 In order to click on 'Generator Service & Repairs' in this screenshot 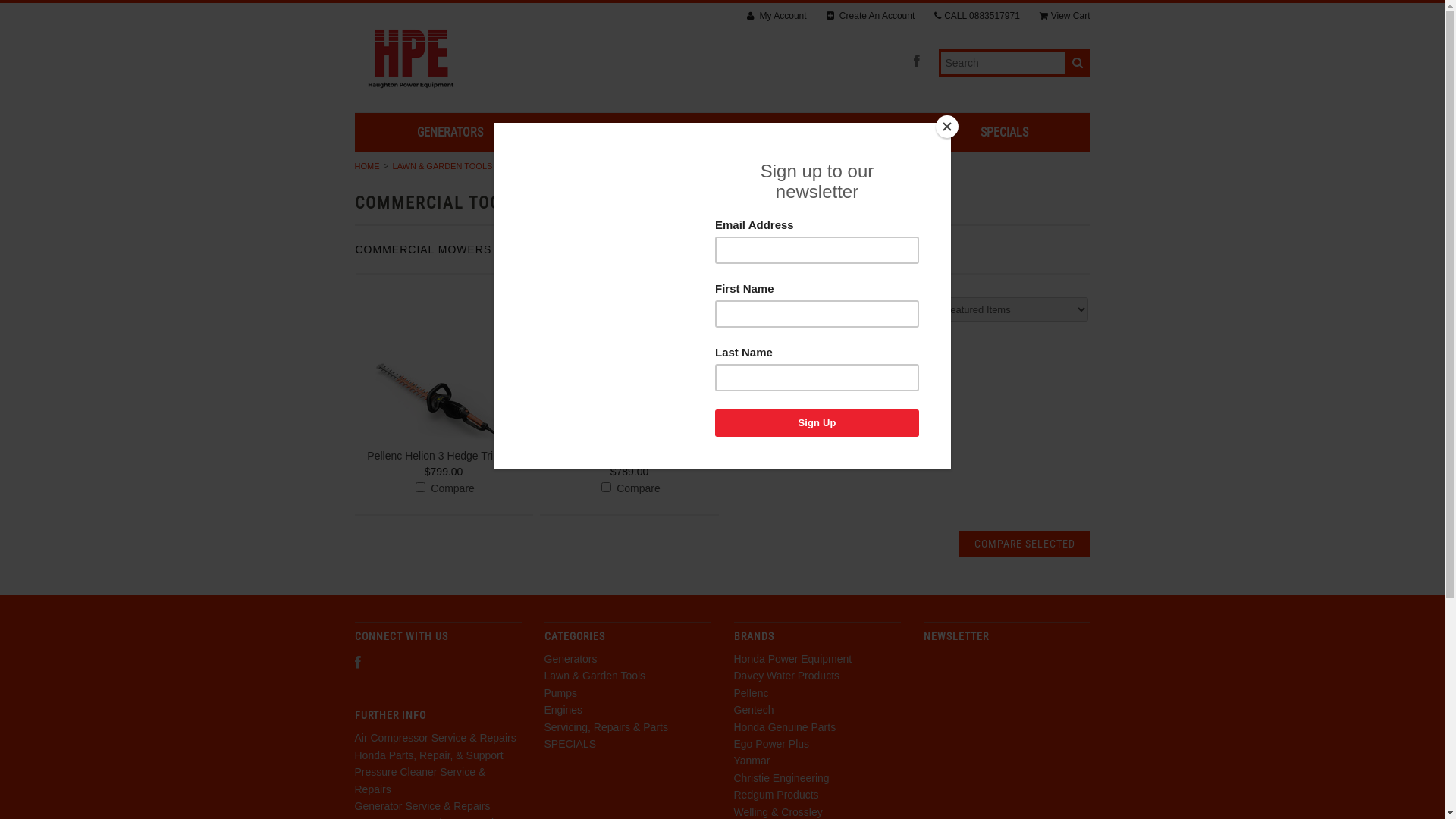, I will do `click(422, 805)`.